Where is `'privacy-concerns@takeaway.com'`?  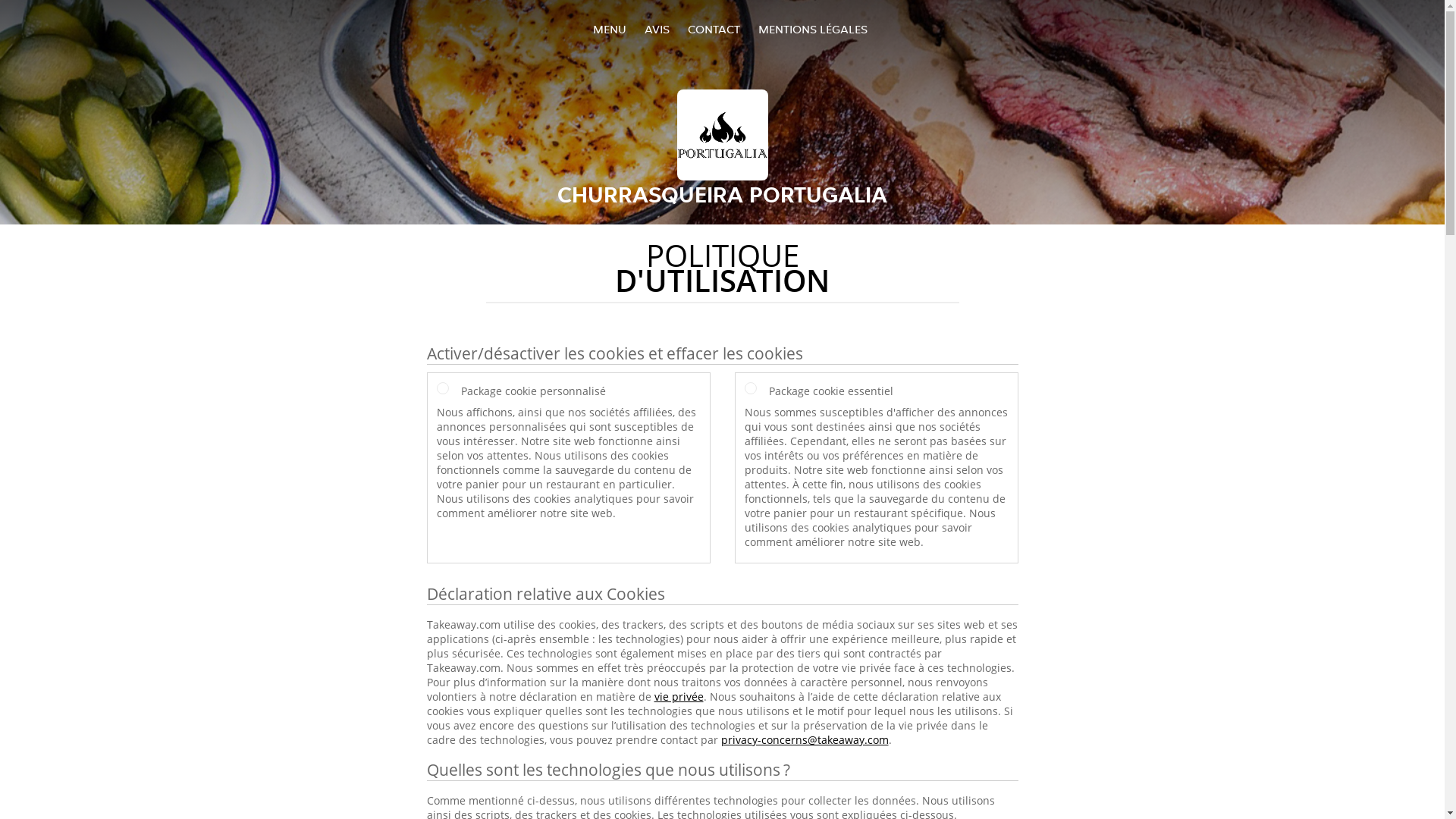
'privacy-concerns@takeaway.com' is located at coordinates (803, 739).